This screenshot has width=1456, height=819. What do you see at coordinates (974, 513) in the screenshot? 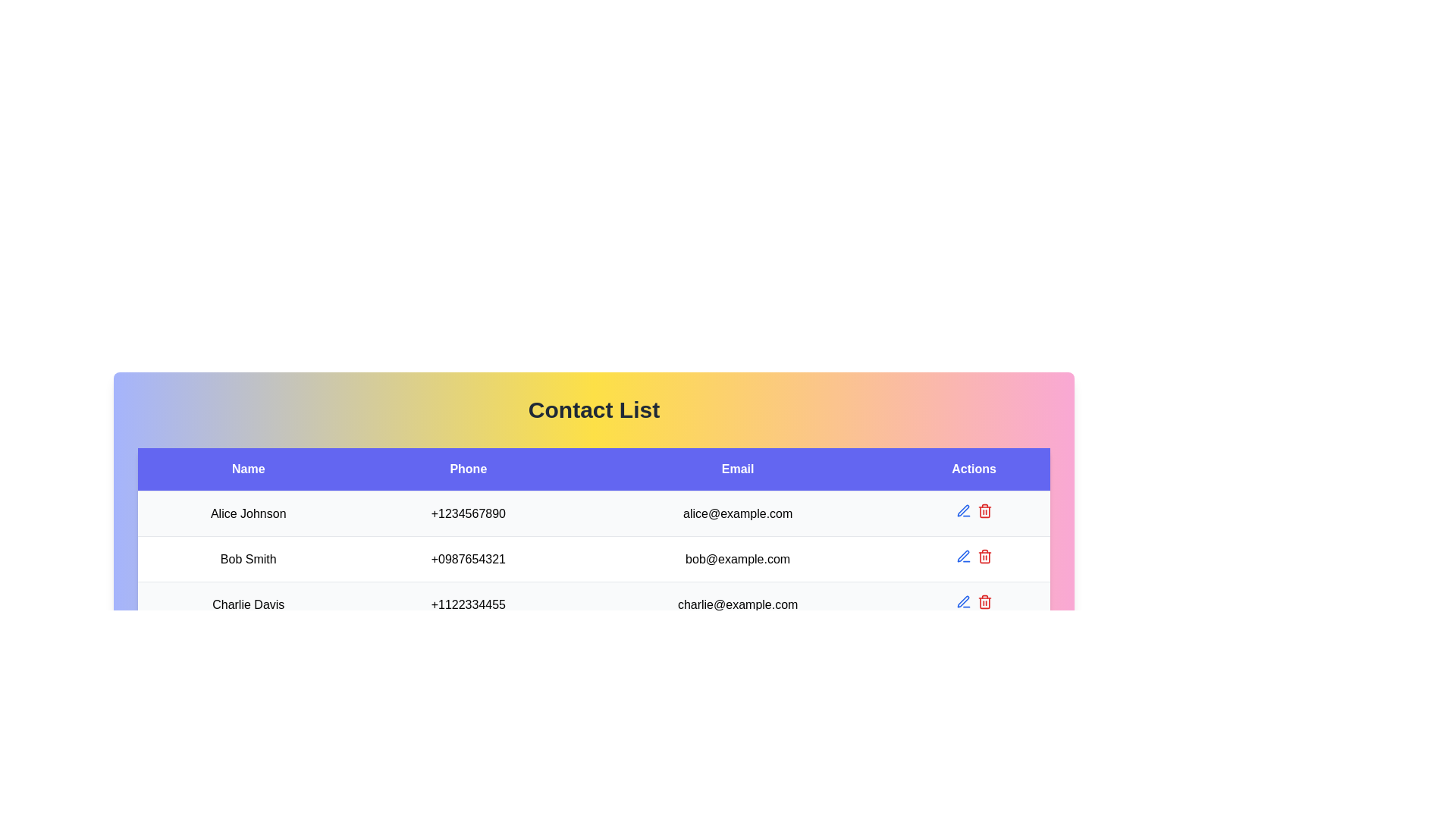
I see `the blue pen icon in the 'Actions' column of the first row for the contact 'Alice Johnson'` at bounding box center [974, 513].